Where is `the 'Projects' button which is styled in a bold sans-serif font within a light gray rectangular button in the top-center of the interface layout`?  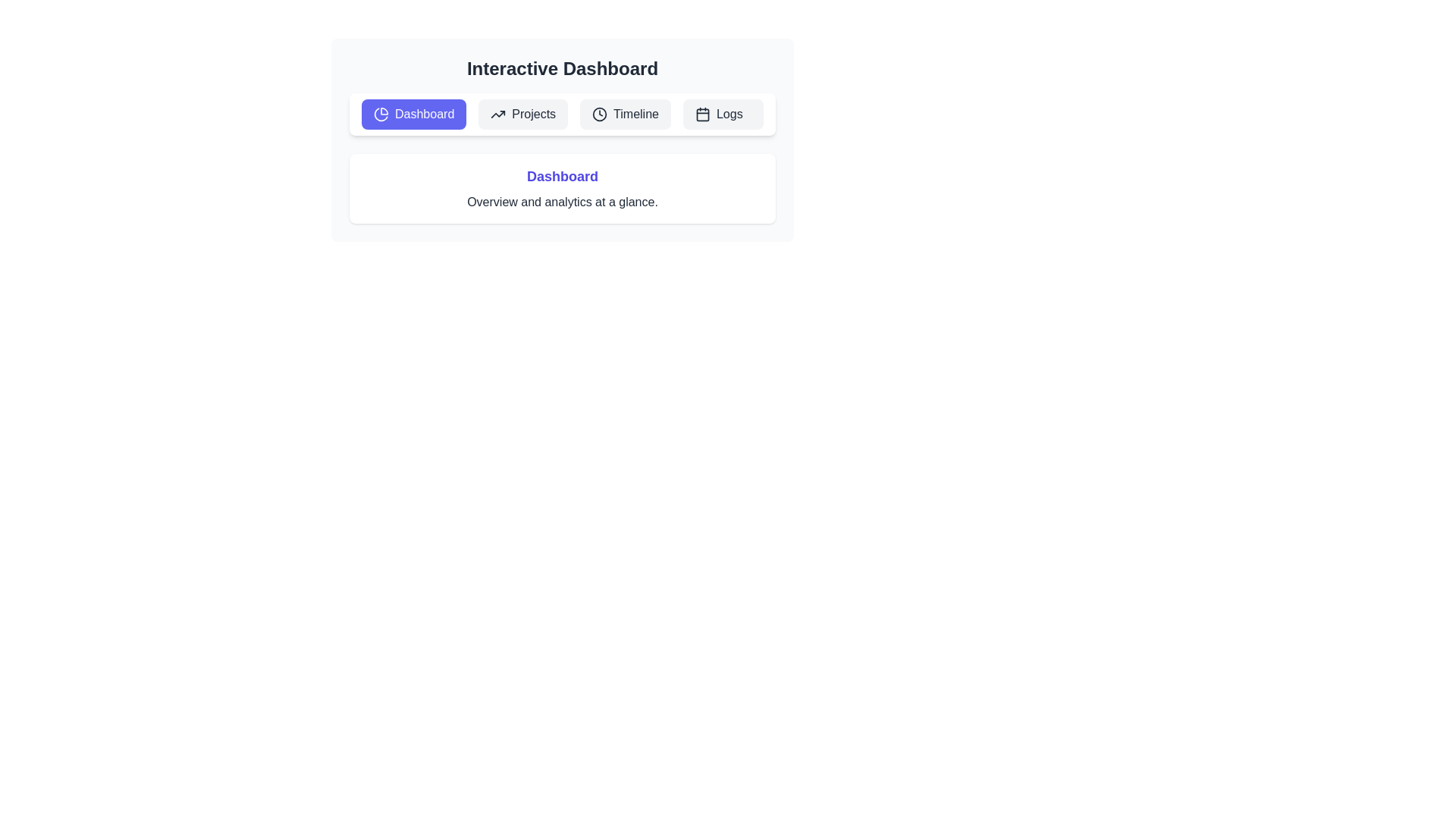
the 'Projects' button which is styled in a bold sans-serif font within a light gray rectangular button in the top-center of the interface layout is located at coordinates (534, 113).